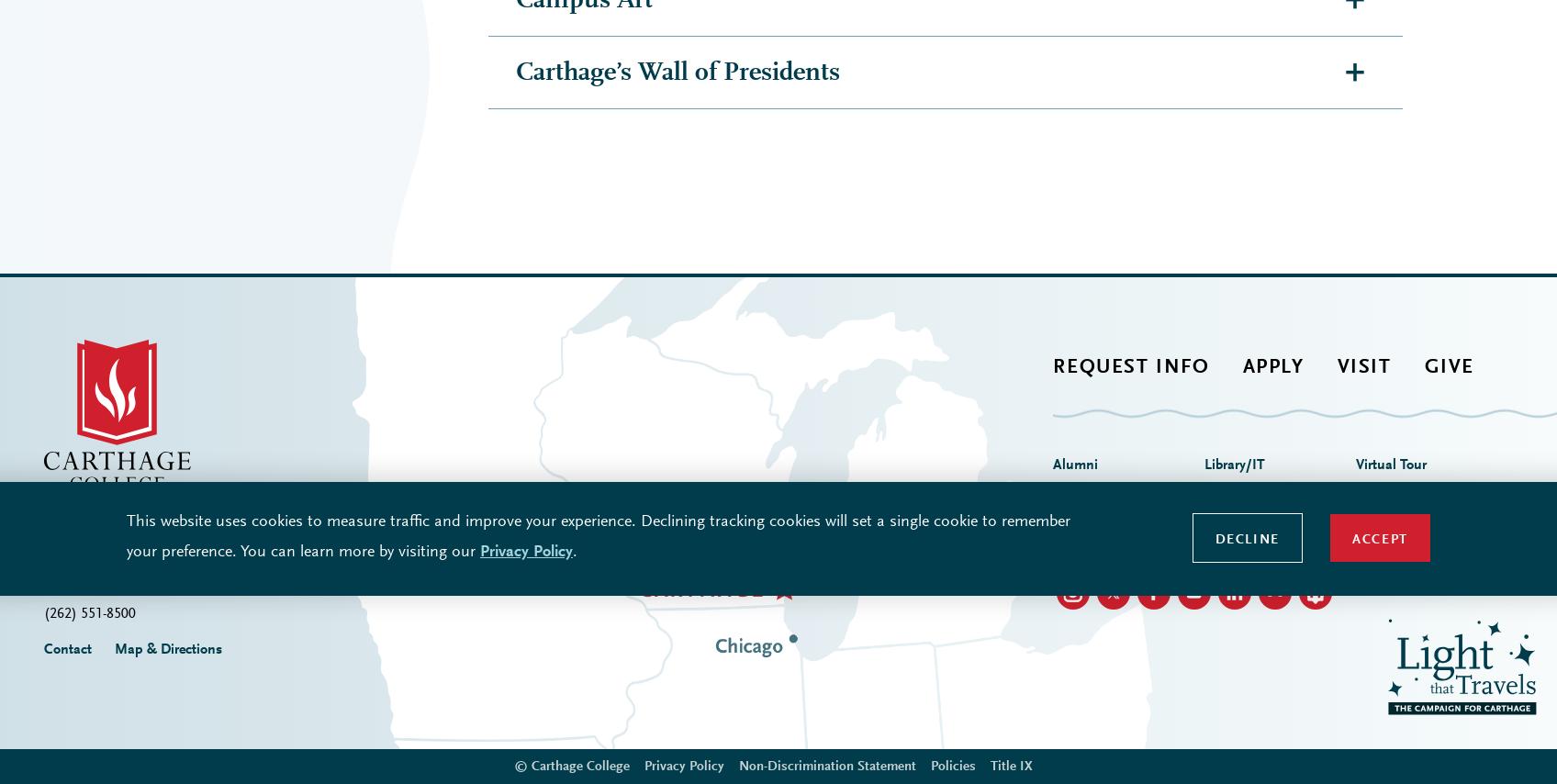 Image resolution: width=1557 pixels, height=784 pixels. Describe the element at coordinates (102, 260) in the screenshot. I see `'Kenosha, WI 53140'` at that location.